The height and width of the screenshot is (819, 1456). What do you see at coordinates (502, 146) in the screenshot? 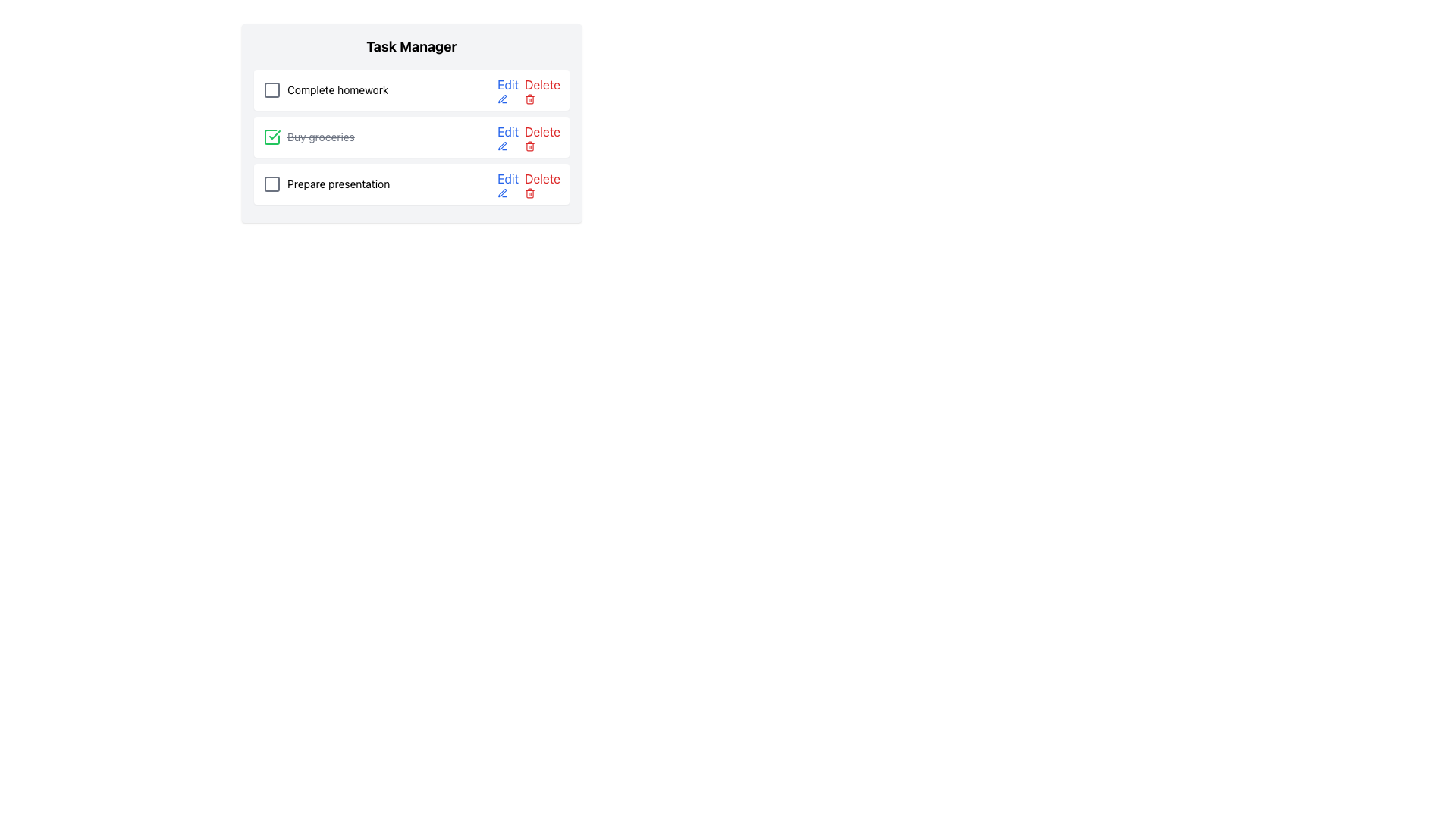
I see `the edit icon for the 'Buy groceries' task to modify its details` at bounding box center [502, 146].